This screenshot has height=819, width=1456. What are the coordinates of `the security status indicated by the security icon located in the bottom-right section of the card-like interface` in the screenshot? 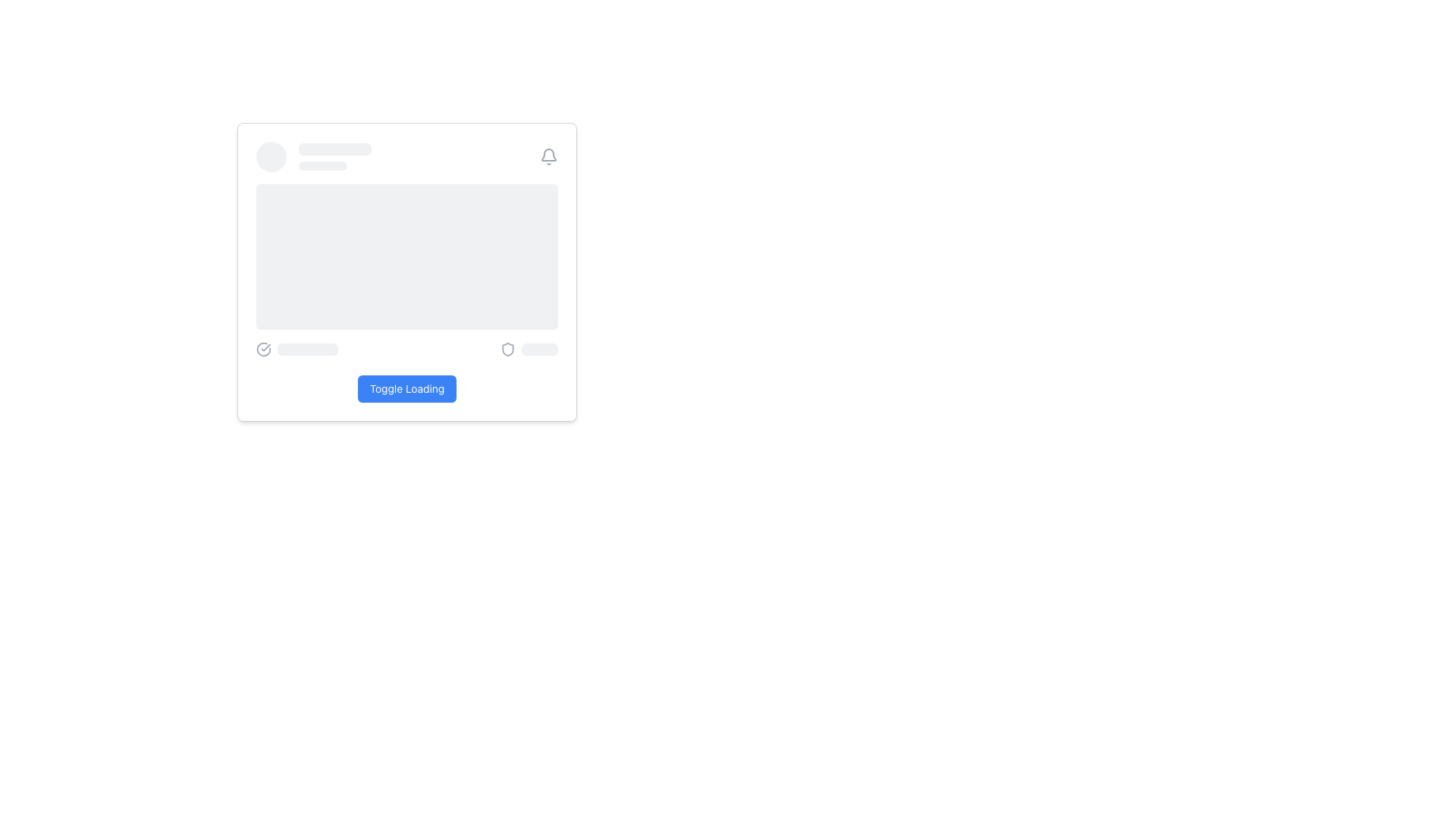 It's located at (508, 350).